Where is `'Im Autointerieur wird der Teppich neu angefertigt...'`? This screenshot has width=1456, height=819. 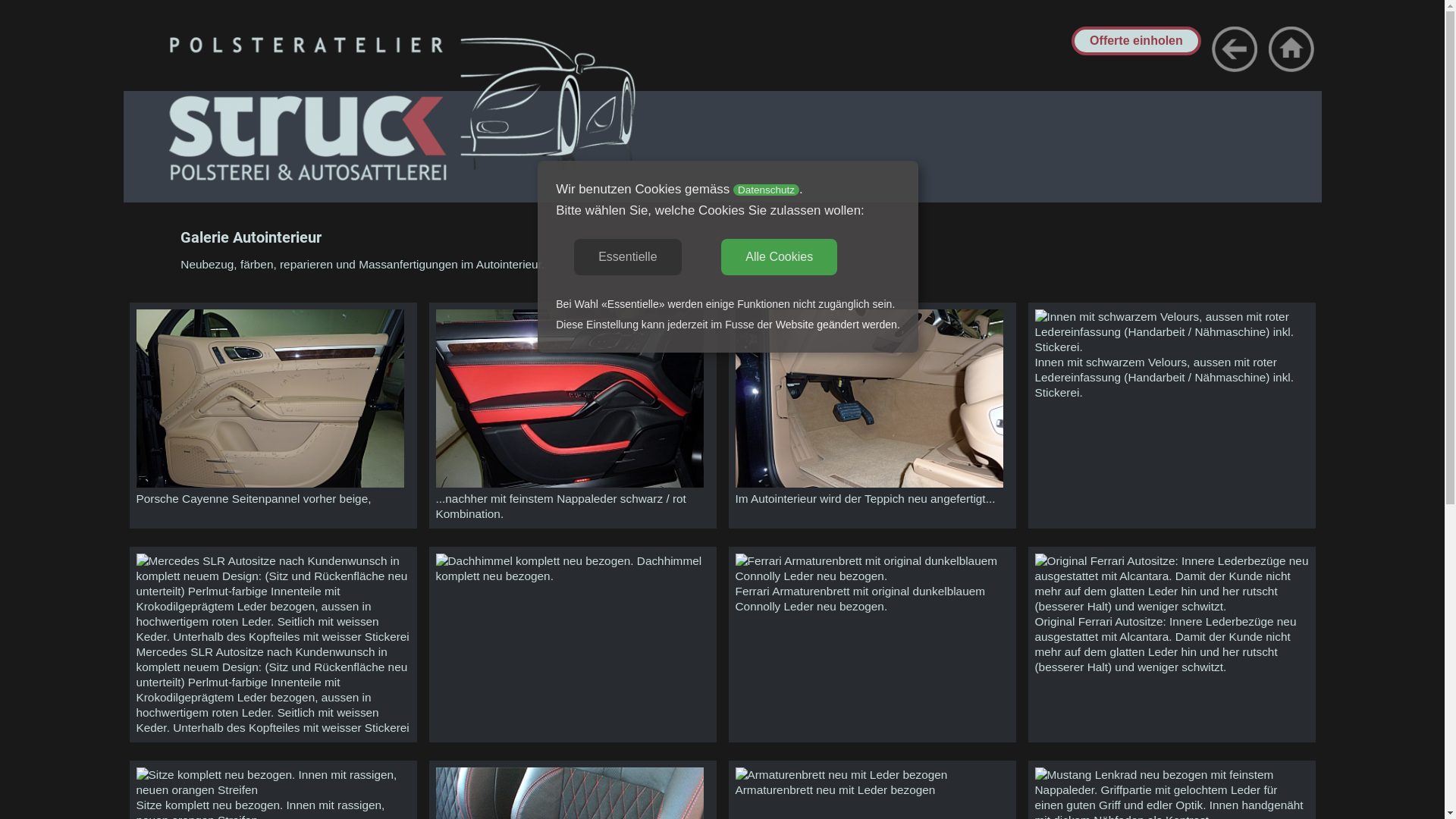 'Im Autointerieur wird der Teppich neu angefertigt...' is located at coordinates (735, 483).